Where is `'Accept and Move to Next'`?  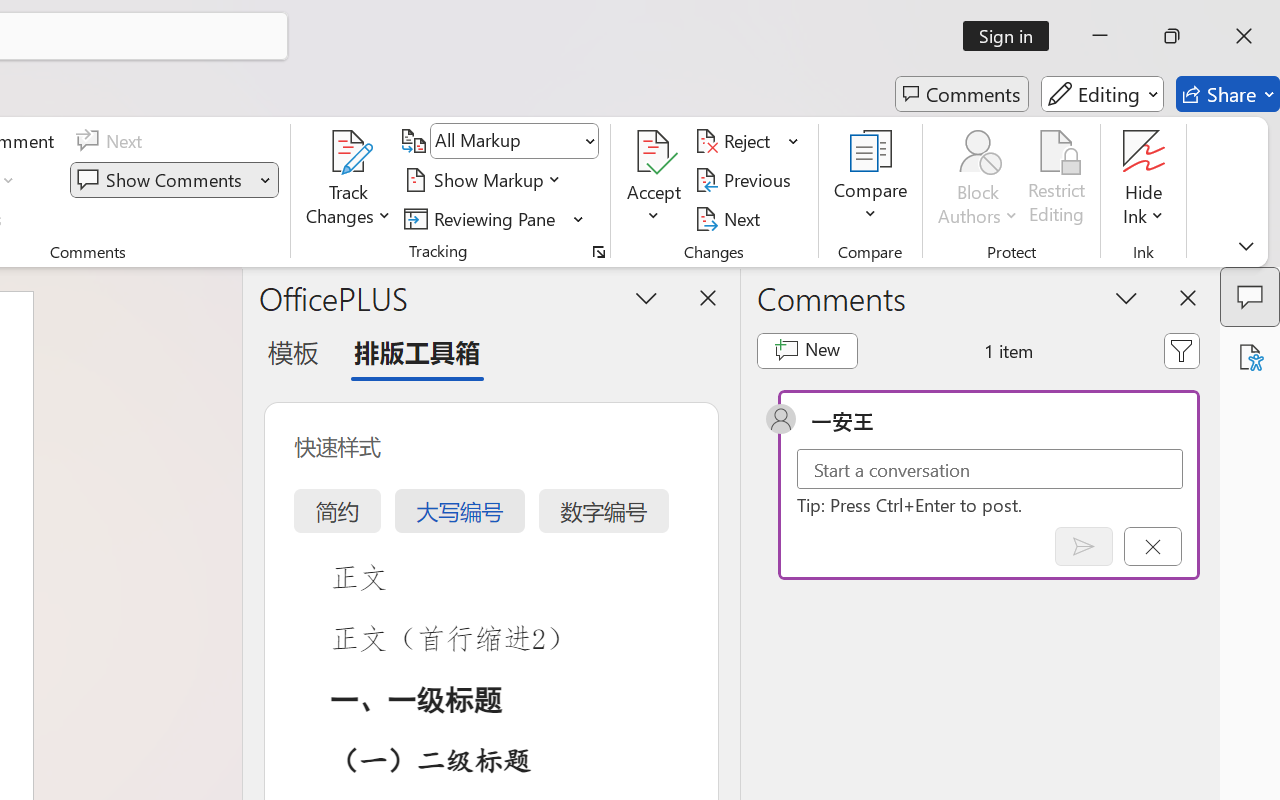
'Accept and Move to Next' is located at coordinates (654, 151).